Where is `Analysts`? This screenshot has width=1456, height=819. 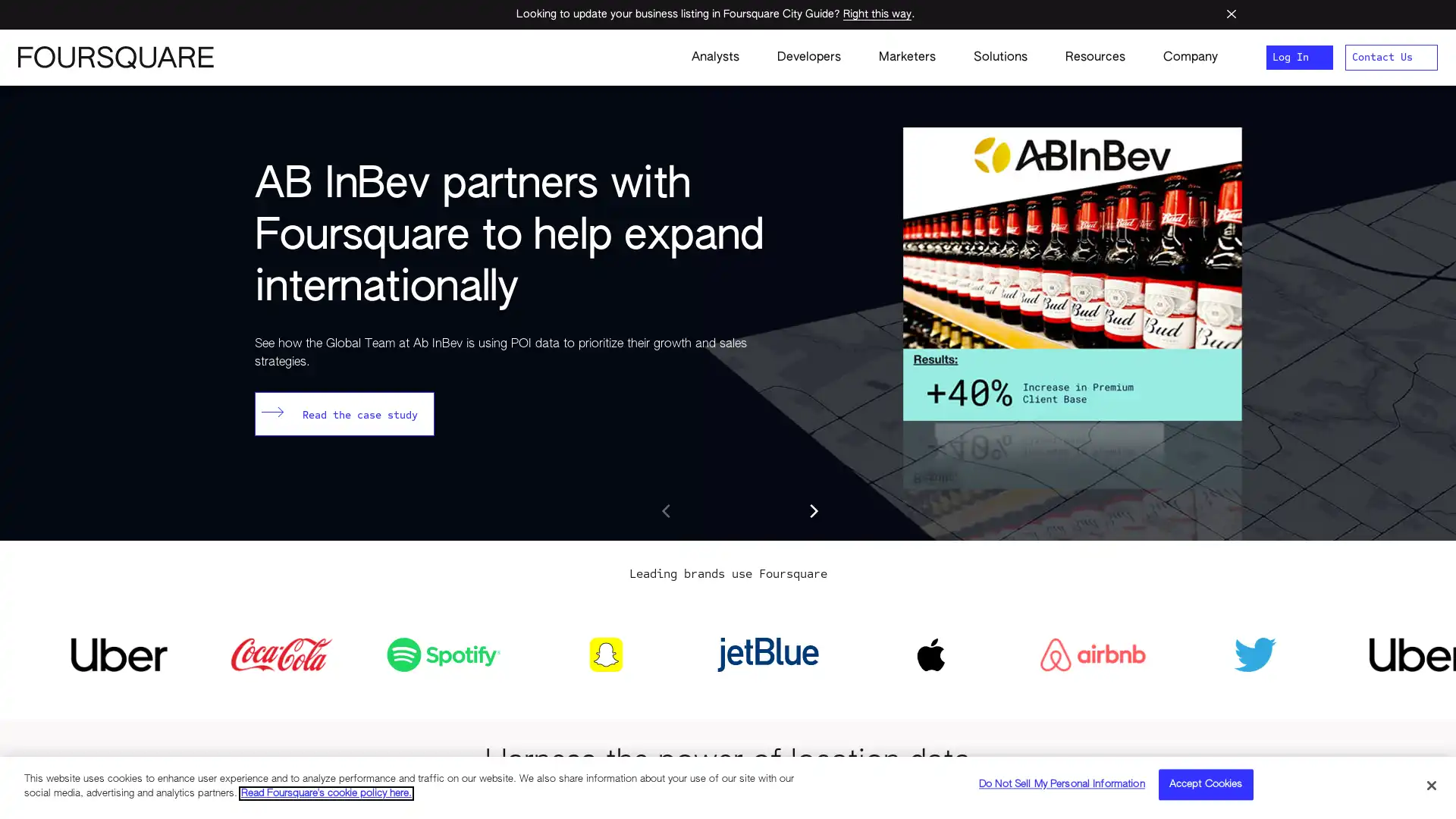 Analysts is located at coordinates (714, 58).